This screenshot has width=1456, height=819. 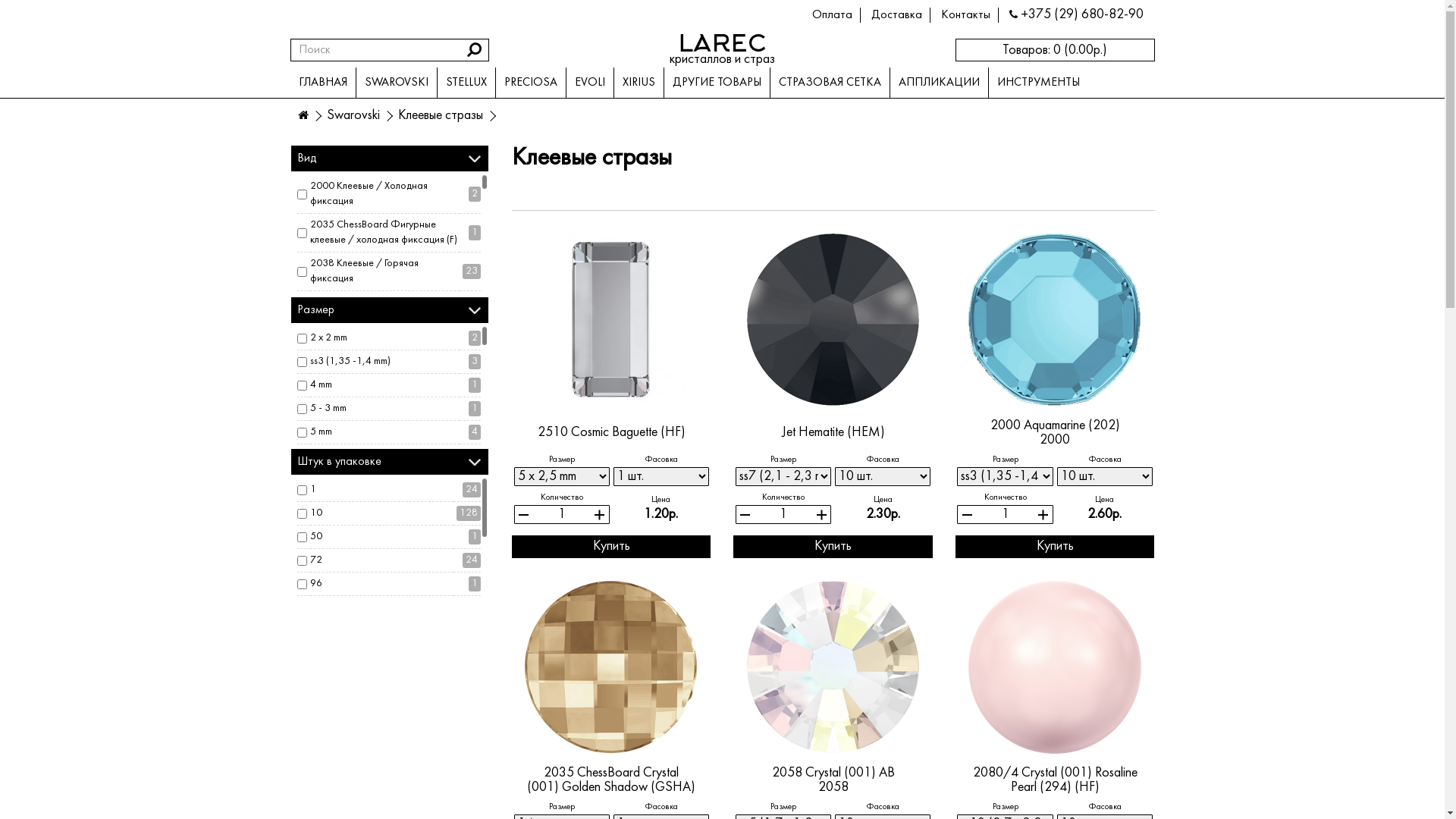 What do you see at coordinates (611, 780) in the screenshot?
I see `'2035 ChessBoard Crystal (001) Golden Shadow (GSHA)'` at bounding box center [611, 780].